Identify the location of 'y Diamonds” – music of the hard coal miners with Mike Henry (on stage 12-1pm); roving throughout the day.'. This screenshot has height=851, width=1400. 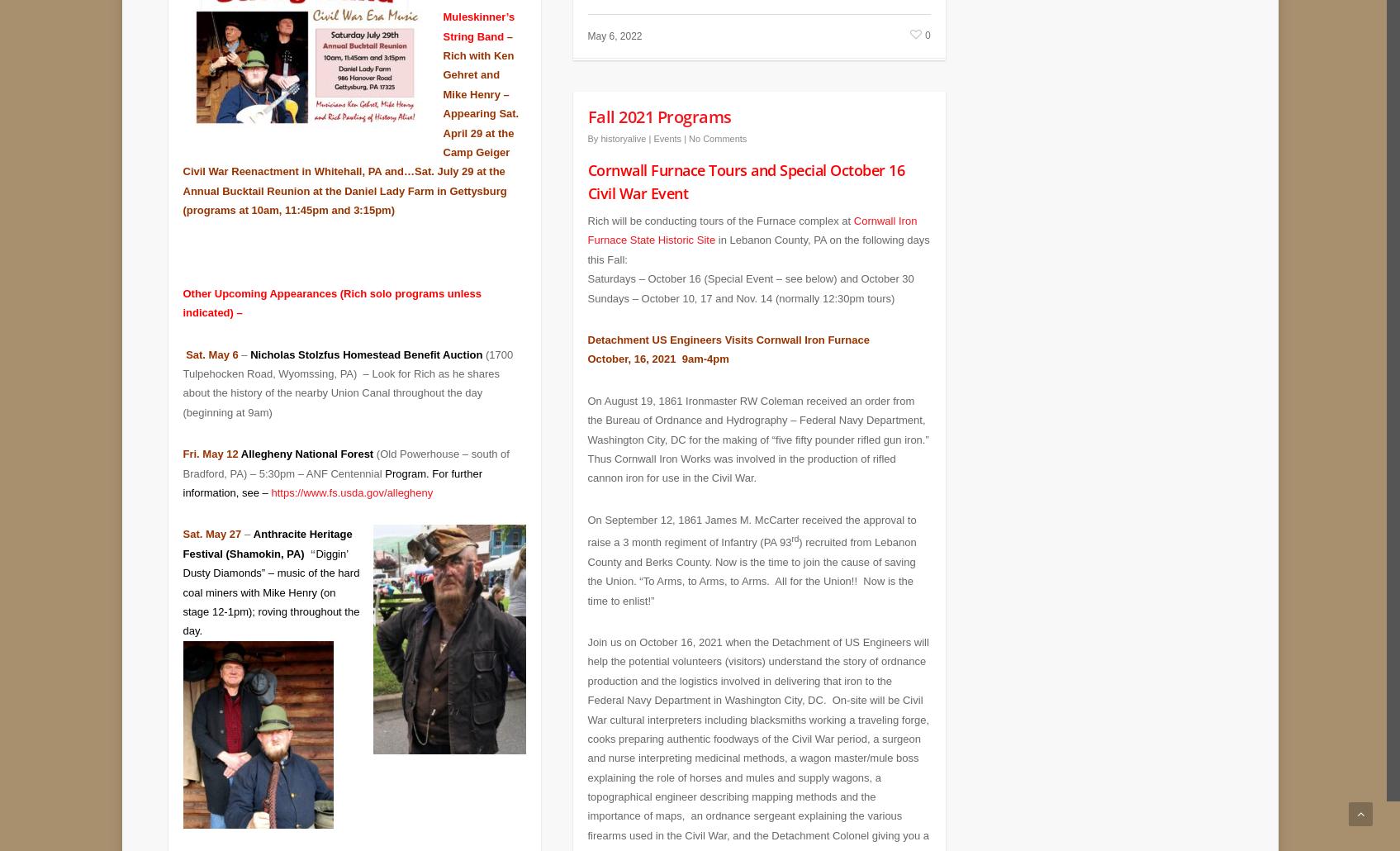
(182, 590).